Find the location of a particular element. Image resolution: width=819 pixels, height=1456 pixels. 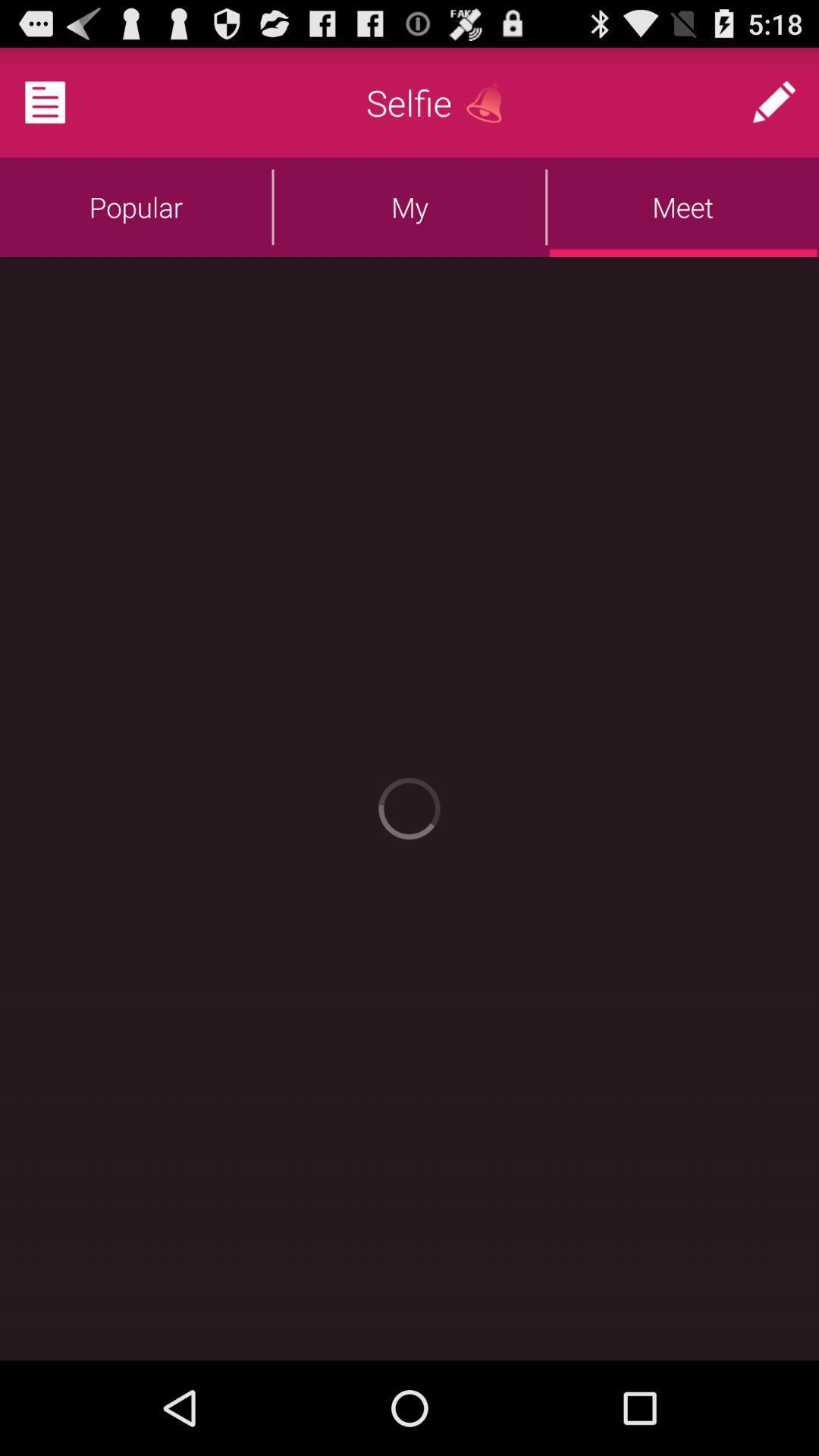

edit is located at coordinates (773, 102).